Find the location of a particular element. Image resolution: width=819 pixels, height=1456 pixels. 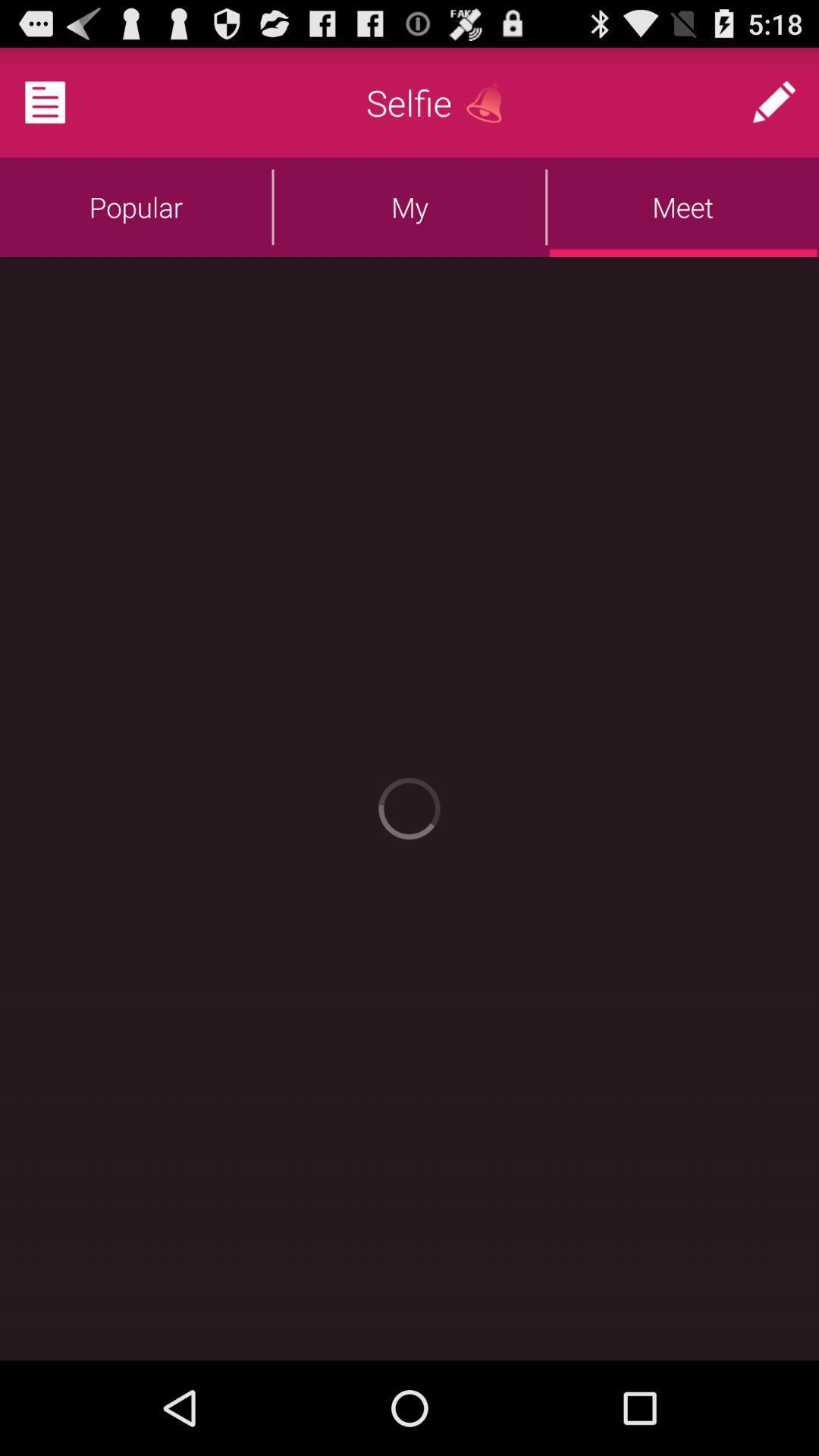

edit is located at coordinates (773, 102).